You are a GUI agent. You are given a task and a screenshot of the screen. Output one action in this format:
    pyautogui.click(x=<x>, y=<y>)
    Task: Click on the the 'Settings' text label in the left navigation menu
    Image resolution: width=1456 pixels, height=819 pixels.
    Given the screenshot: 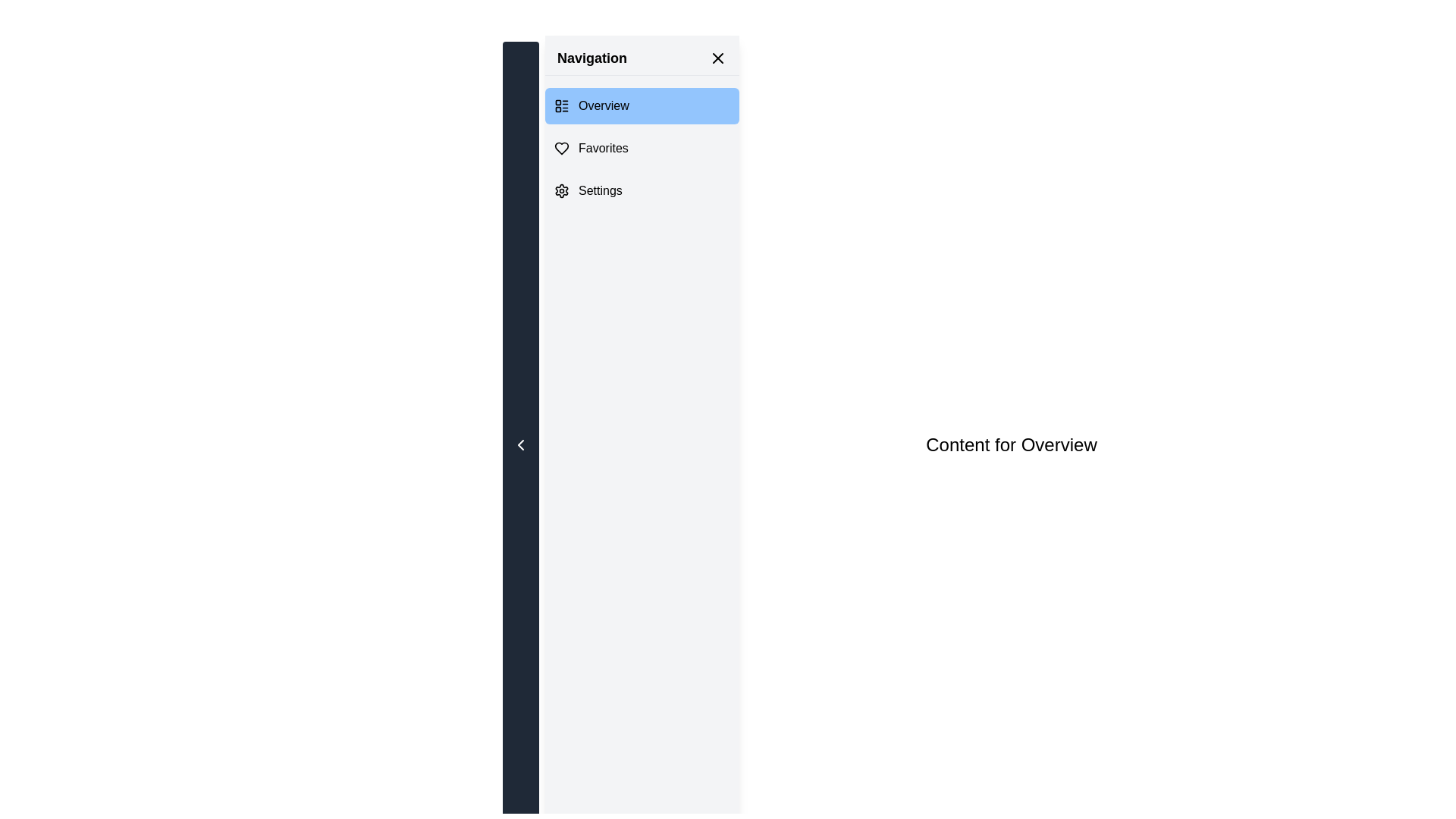 What is the action you would take?
    pyautogui.click(x=600, y=190)
    